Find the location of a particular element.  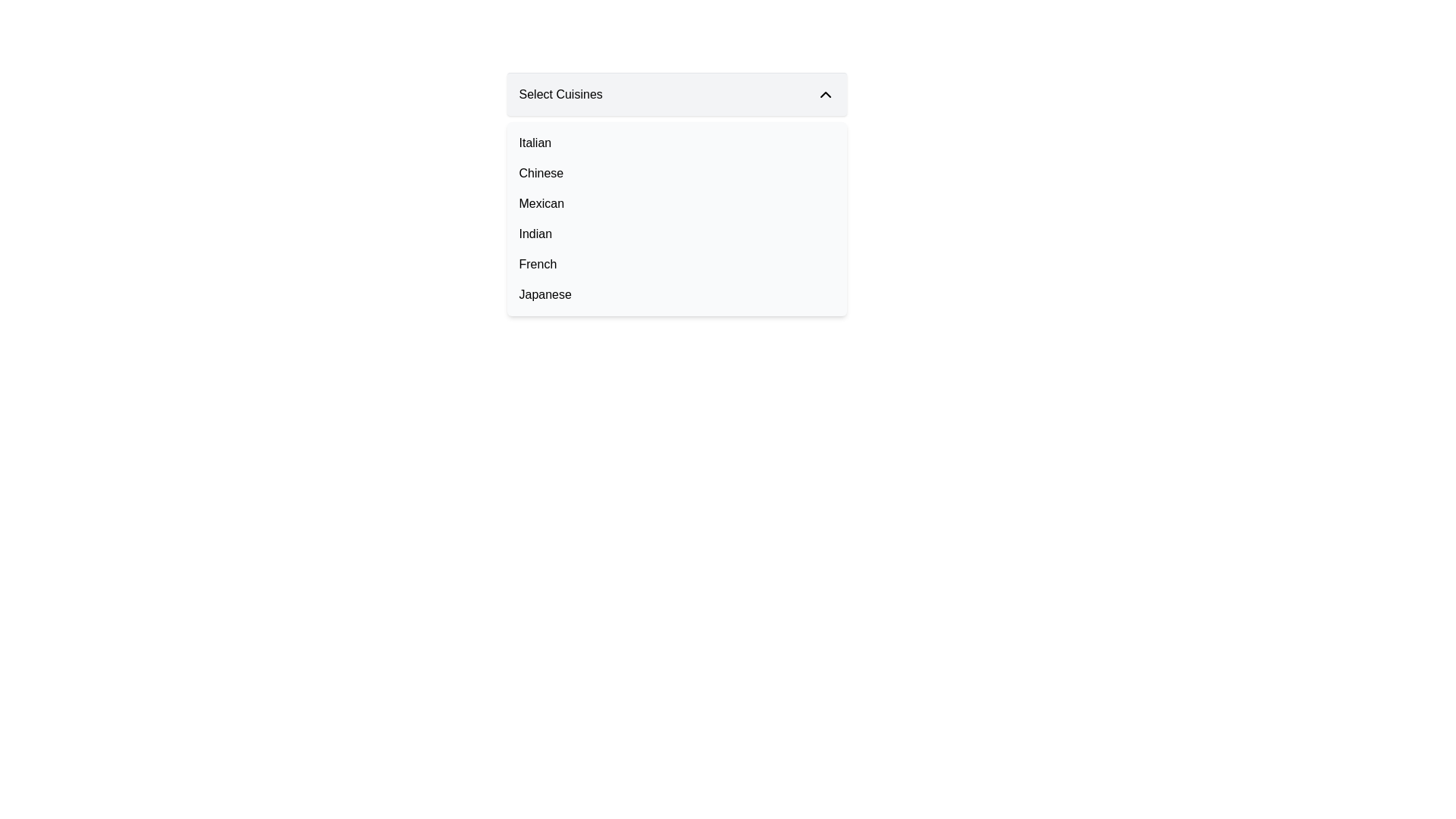

the selectable option labeled 'Indian' in the dropdown menu, which is the fourth item in the list, located between 'Mexican' and 'French' is located at coordinates (676, 234).